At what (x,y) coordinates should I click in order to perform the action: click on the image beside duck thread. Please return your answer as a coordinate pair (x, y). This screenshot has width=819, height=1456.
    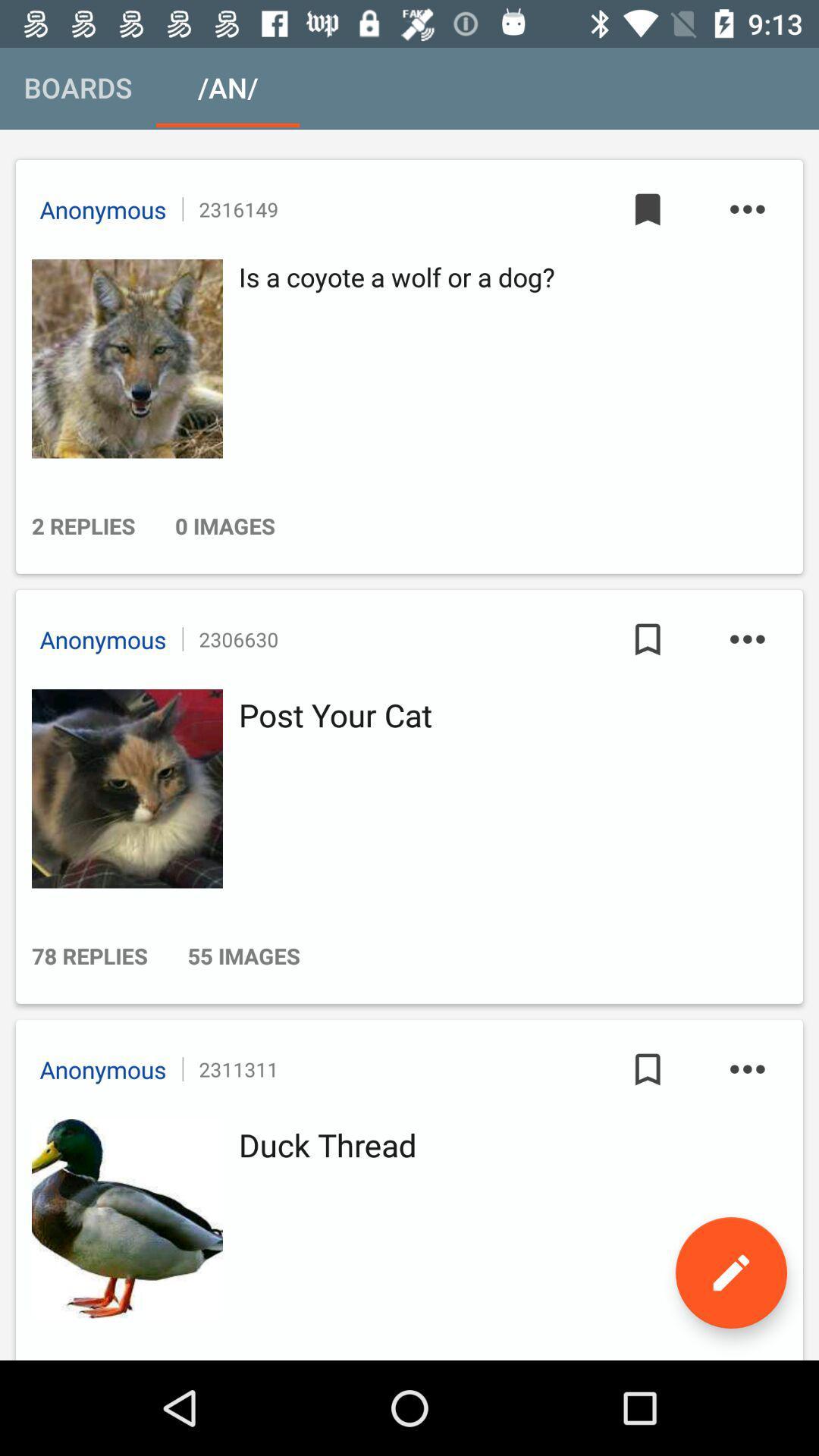
    Looking at the image, I should click on (122, 1219).